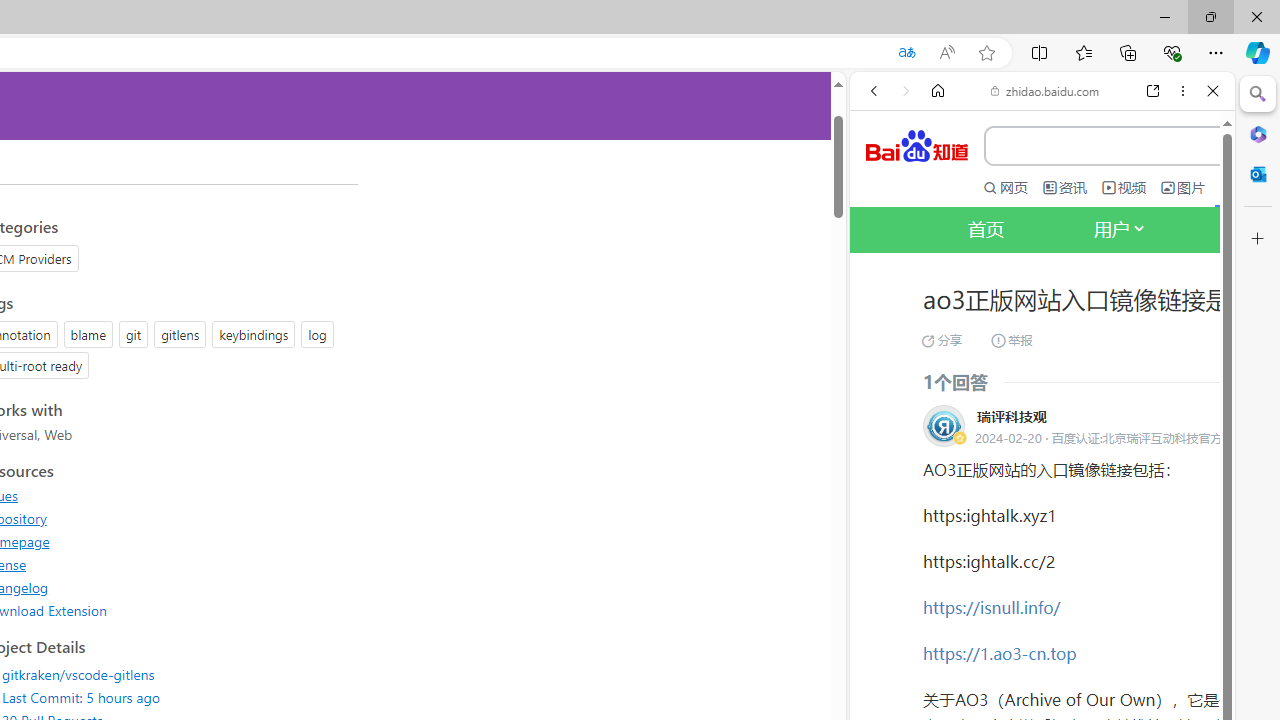 The image size is (1280, 720). What do you see at coordinates (1257, 173) in the screenshot?
I see `'Outlook'` at bounding box center [1257, 173].